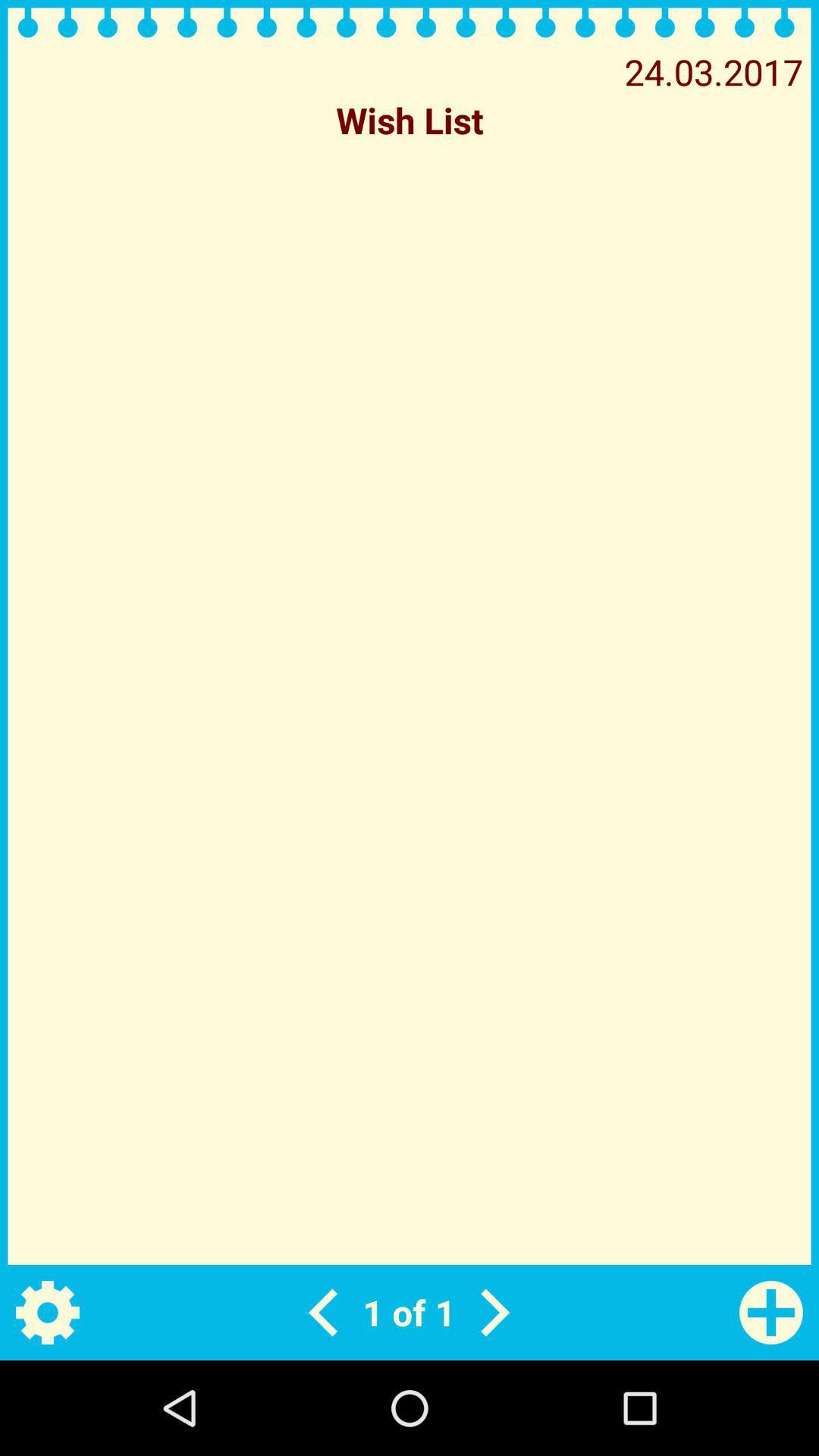 The width and height of the screenshot is (819, 1456). Describe the element at coordinates (408, 1311) in the screenshot. I see `1 of 1 app` at that location.